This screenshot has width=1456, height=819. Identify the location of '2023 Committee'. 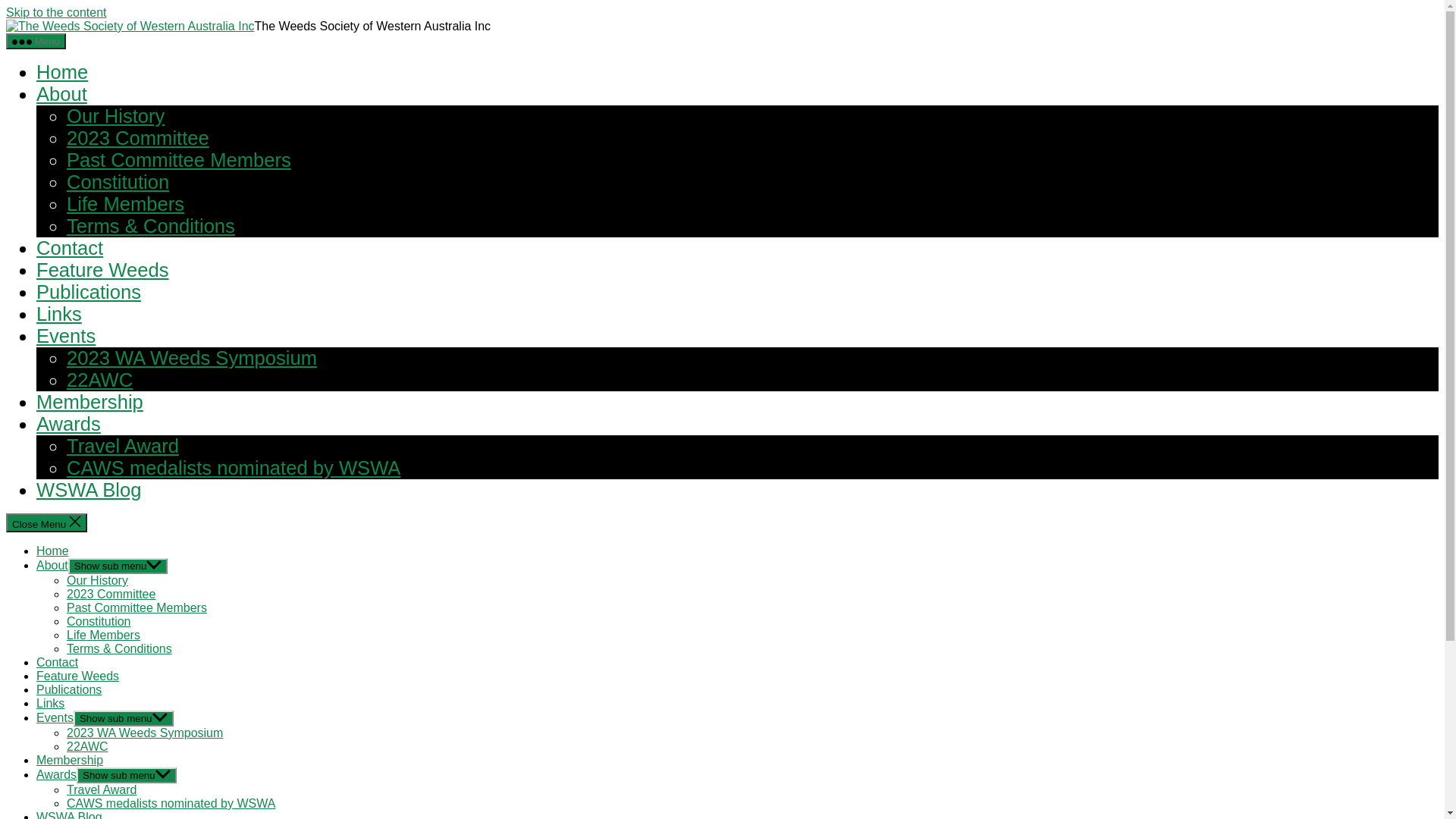
(138, 137).